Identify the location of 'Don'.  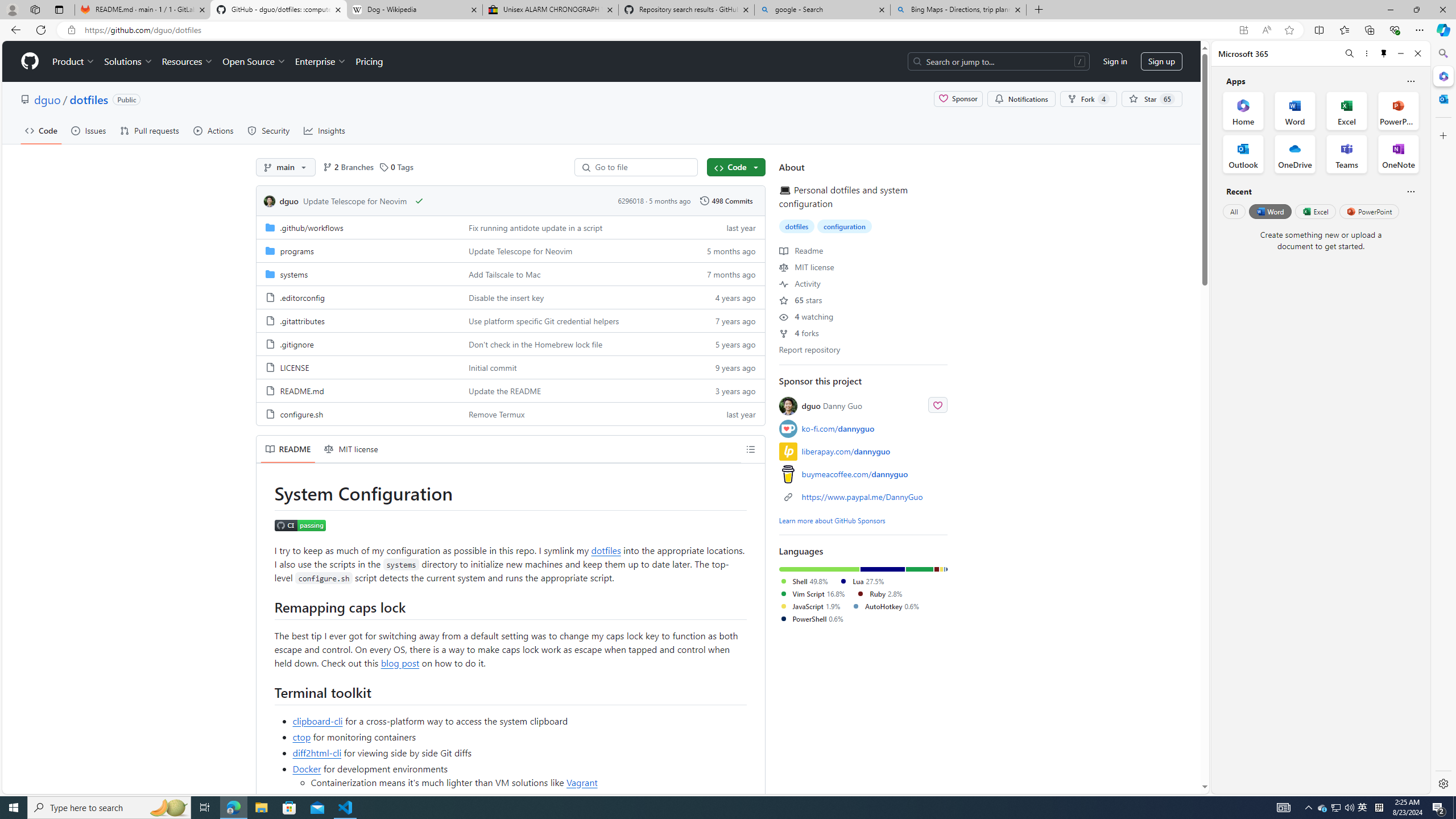
(535, 344).